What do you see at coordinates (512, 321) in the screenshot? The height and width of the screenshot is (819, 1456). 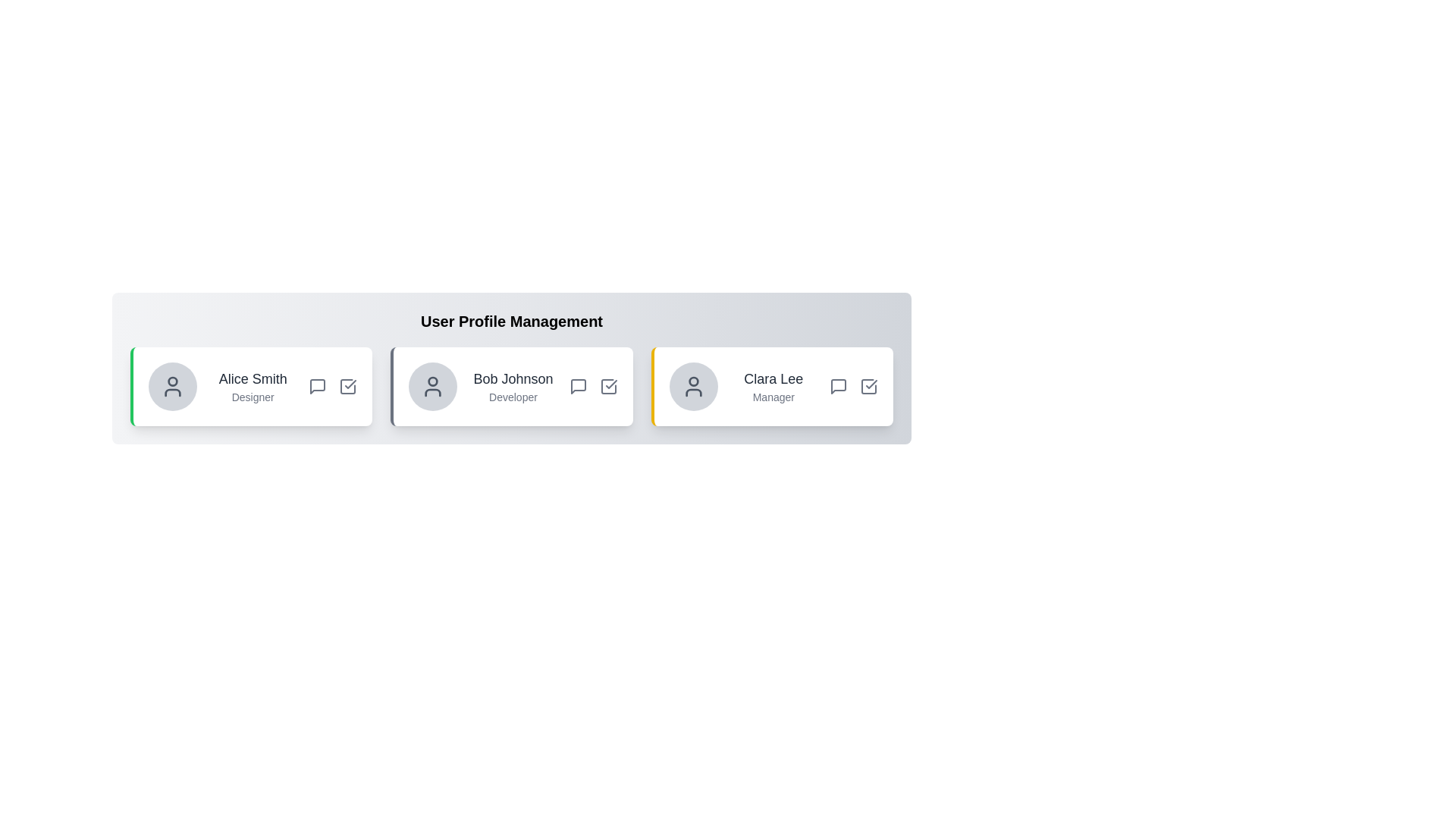 I see `the bold, large text label displaying 'User Profile Management' at the top of the user interface section` at bounding box center [512, 321].